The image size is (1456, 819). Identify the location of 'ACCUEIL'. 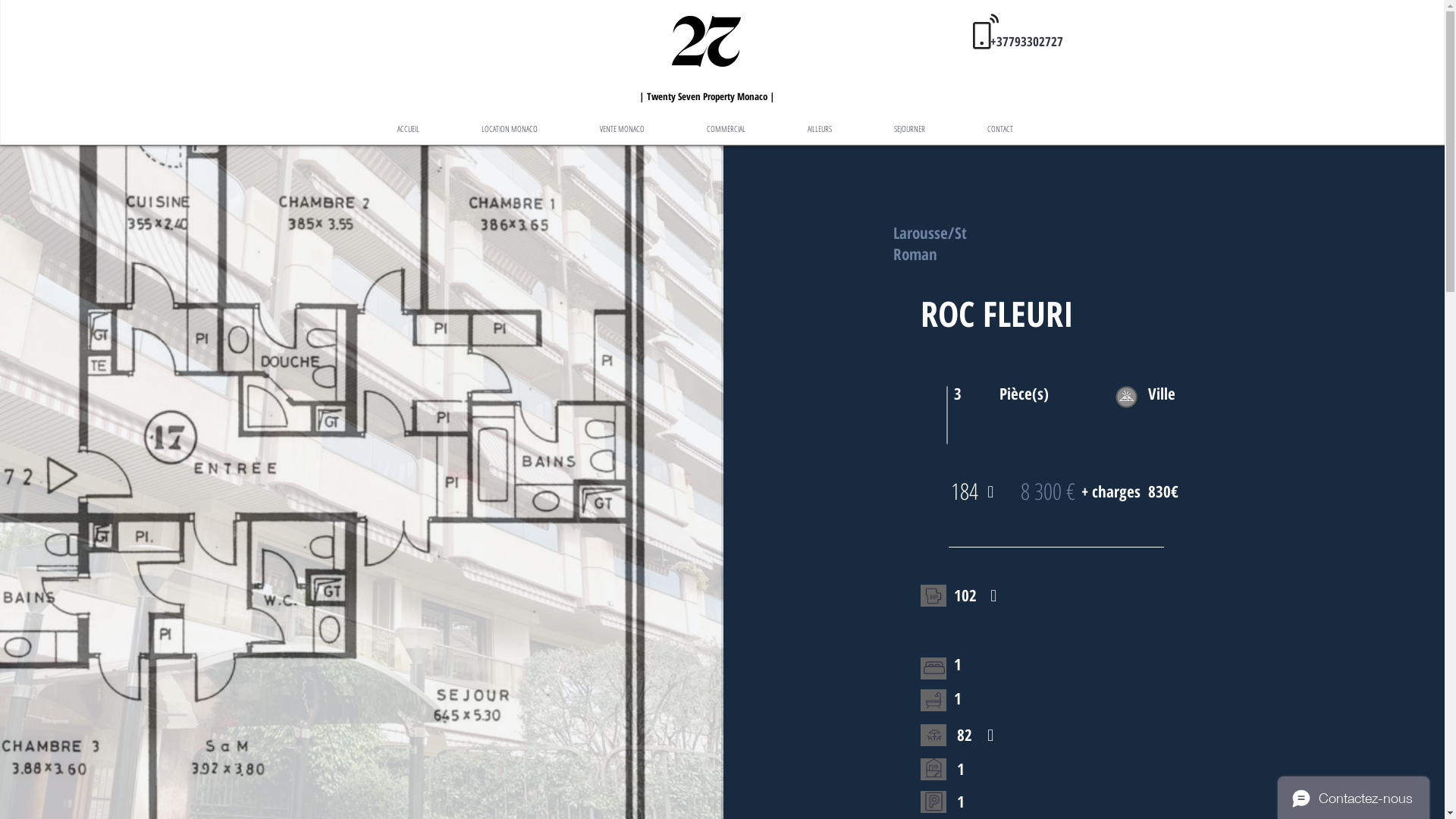
(407, 127).